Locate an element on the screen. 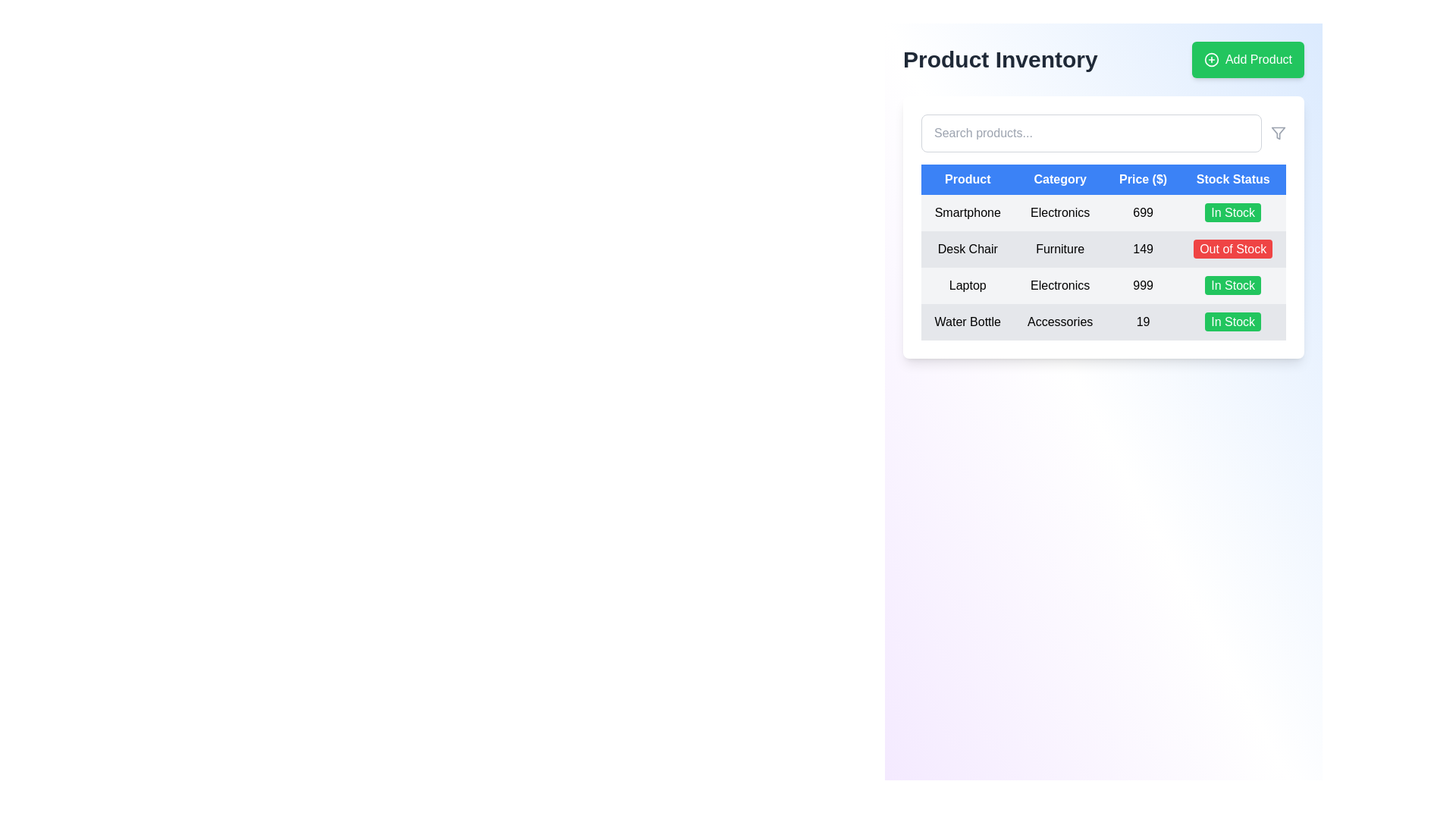 This screenshot has width=1456, height=819. the text input field for search products located in the center top of the page, identified by its placeholder text 'Search products...' is located at coordinates (1090, 133).